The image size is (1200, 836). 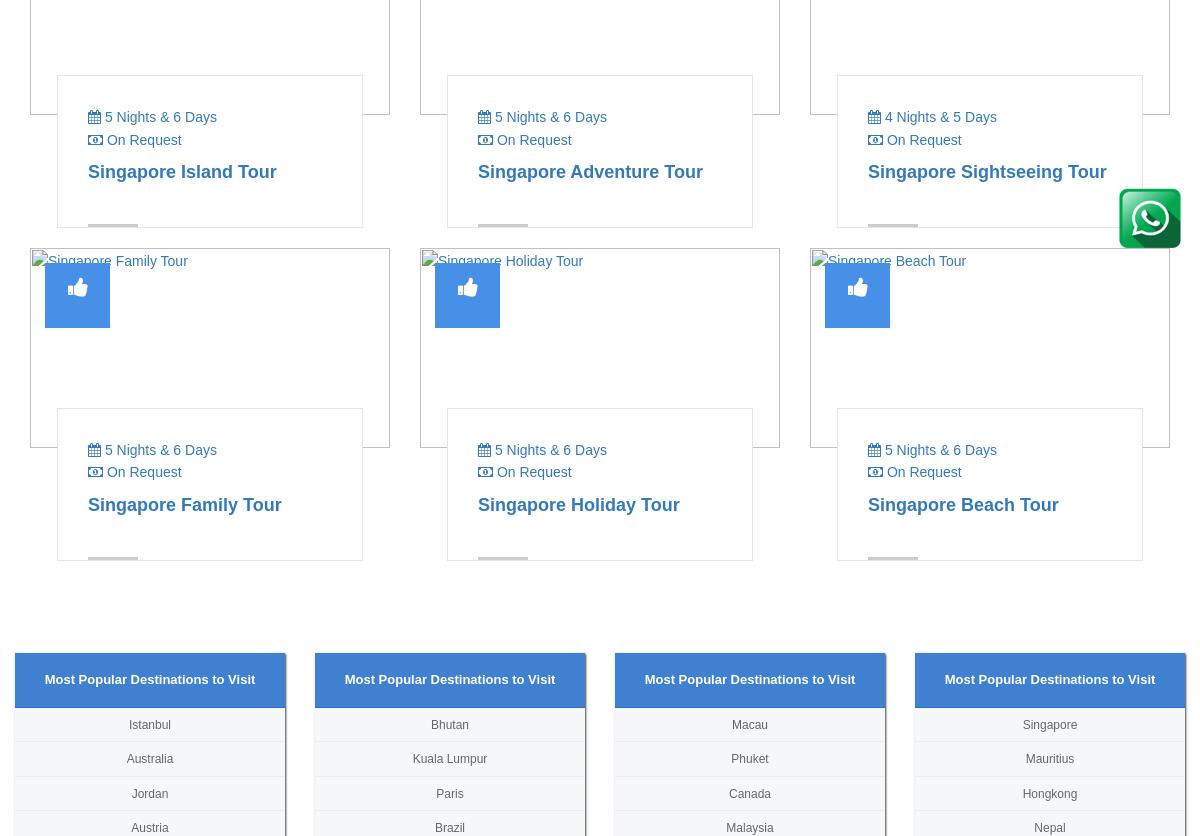 I want to click on 'Istanbul', so click(x=149, y=724).